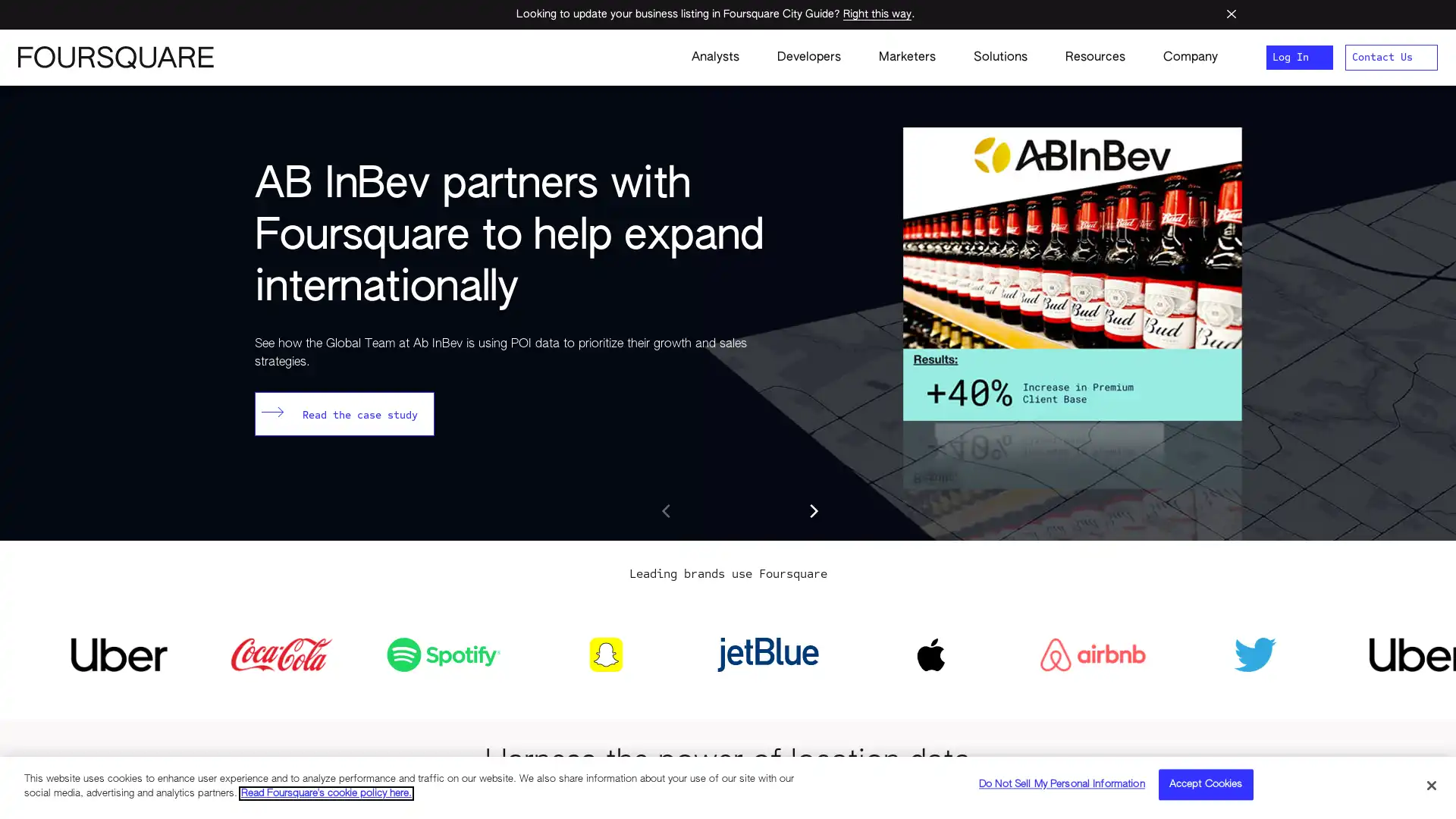  What do you see at coordinates (1204, 785) in the screenshot?
I see `Accept Cookies` at bounding box center [1204, 785].